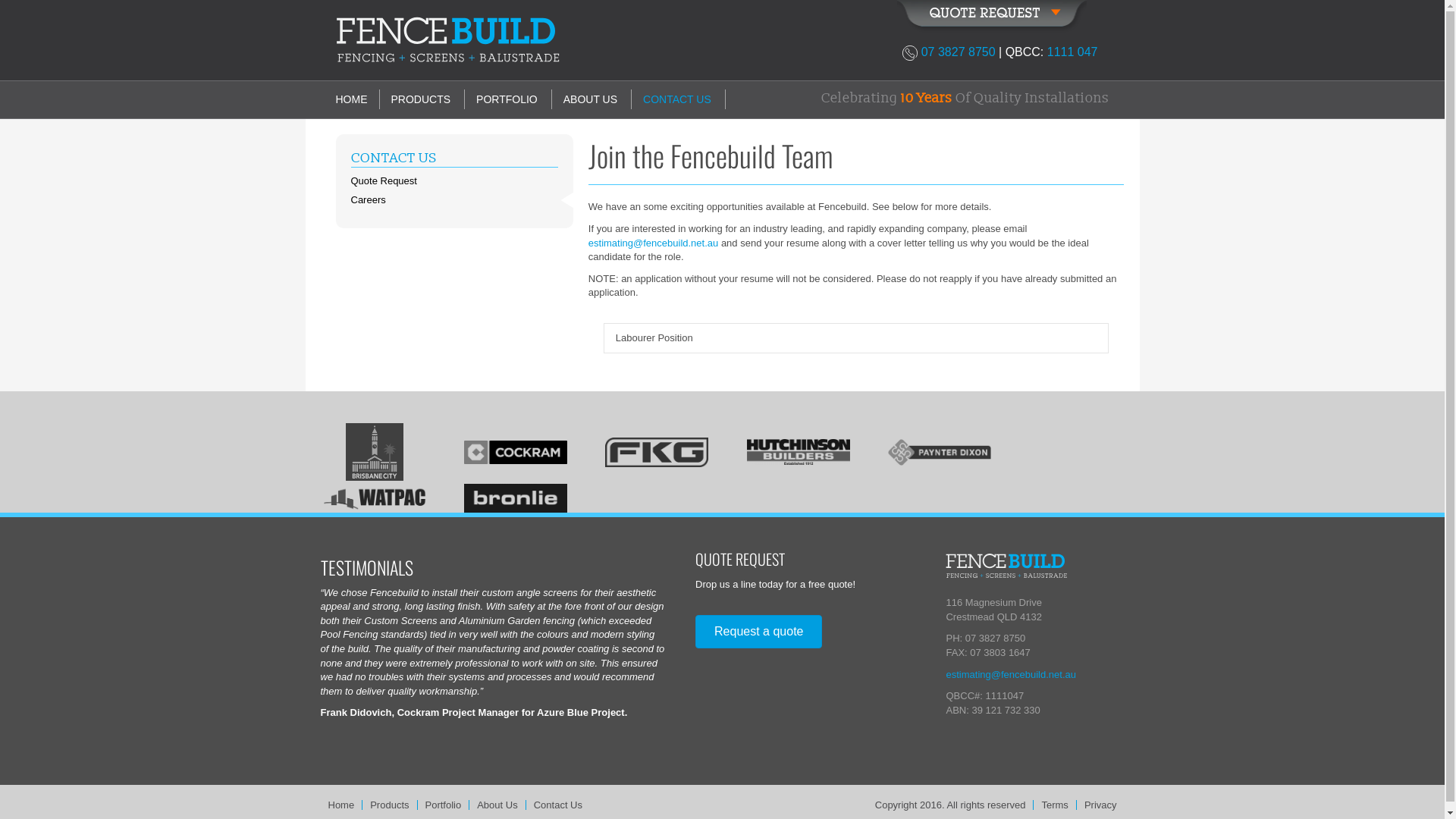 Image resolution: width=1456 pixels, height=819 pixels. What do you see at coordinates (442, 804) in the screenshot?
I see `'Portfolio'` at bounding box center [442, 804].